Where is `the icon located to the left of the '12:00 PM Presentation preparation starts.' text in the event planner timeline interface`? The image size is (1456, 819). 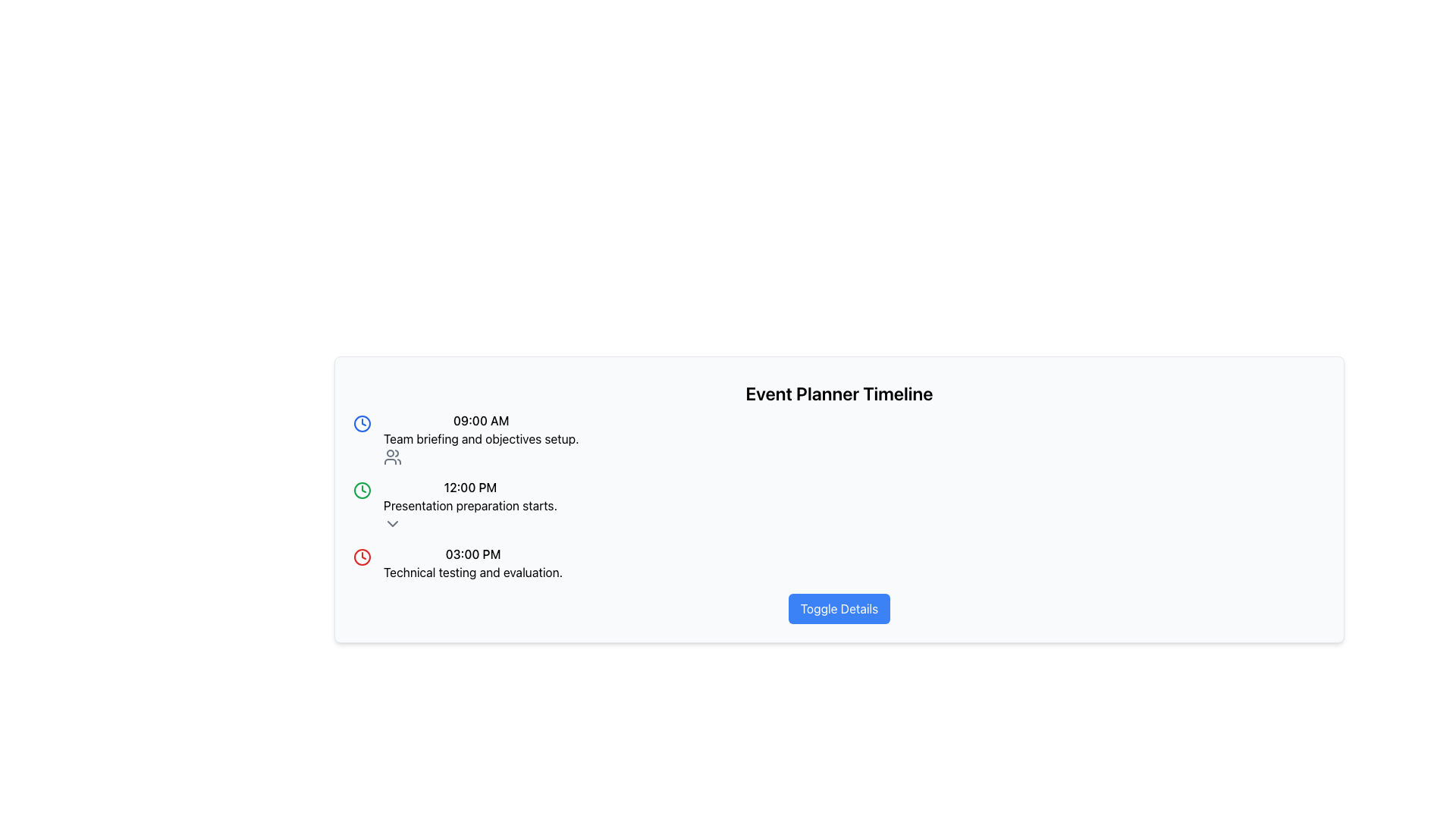 the icon located to the left of the '12:00 PM Presentation preparation starts.' text in the event planner timeline interface is located at coordinates (362, 491).